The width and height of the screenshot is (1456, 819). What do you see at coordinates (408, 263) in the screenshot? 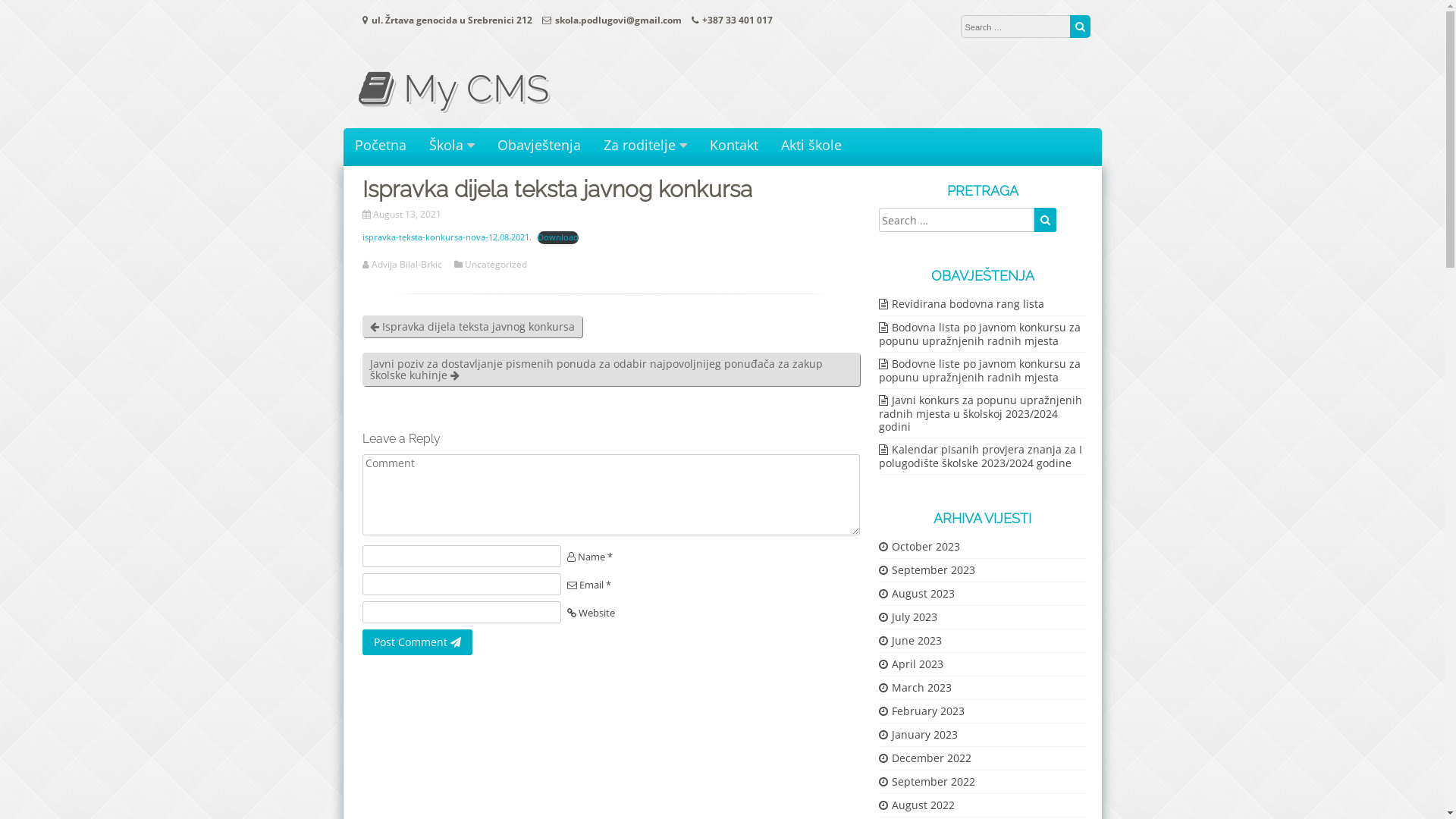
I see `'Advija Bilal-Brkic'` at bounding box center [408, 263].